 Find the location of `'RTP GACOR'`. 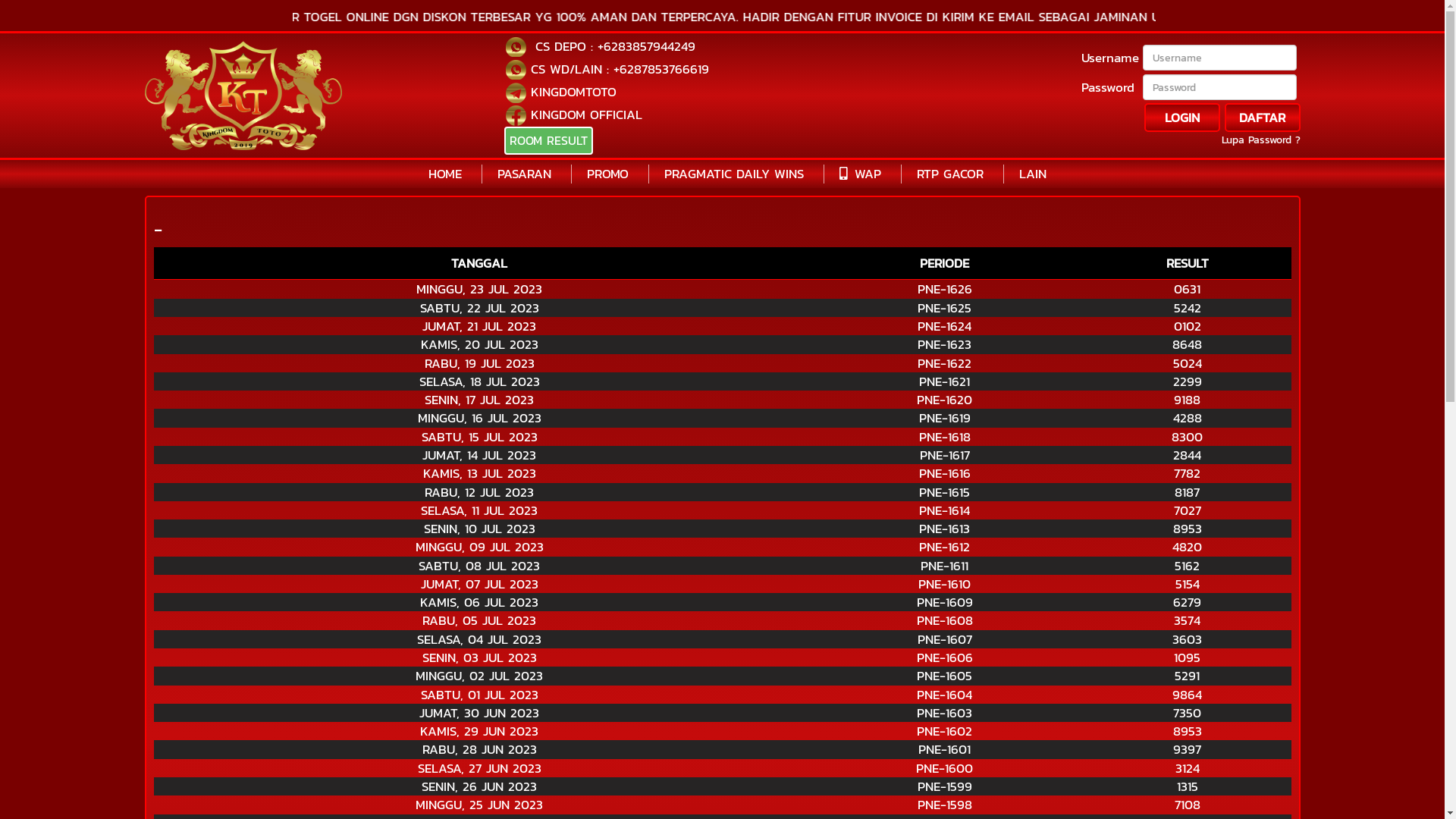

'RTP GACOR' is located at coordinates (949, 172).